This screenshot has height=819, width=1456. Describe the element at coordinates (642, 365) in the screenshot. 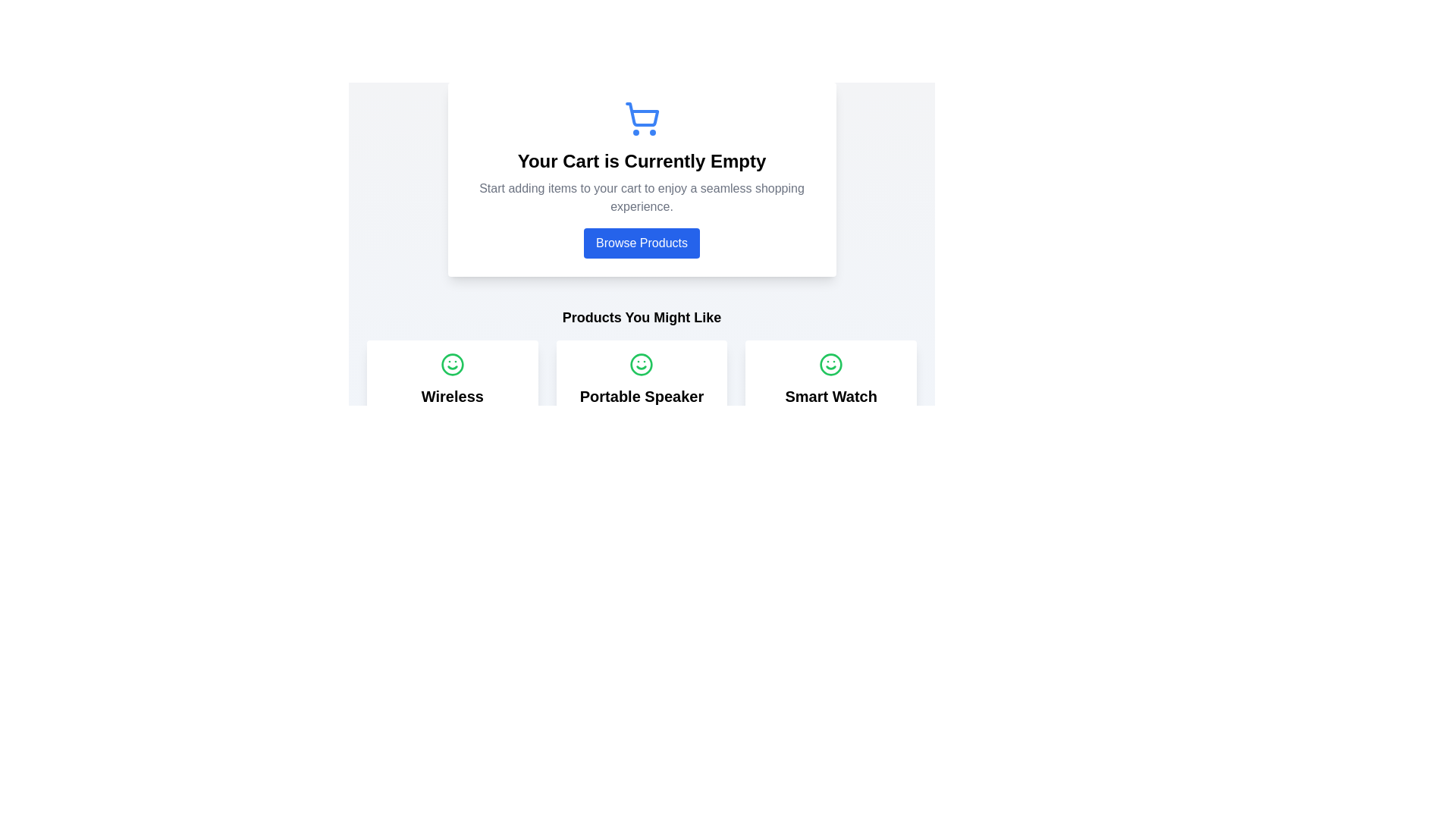

I see `the Decorative Icon that visually represents a positive association with the 'Portable Speaker' product, positioned centrally above the product title in the card UI` at that location.